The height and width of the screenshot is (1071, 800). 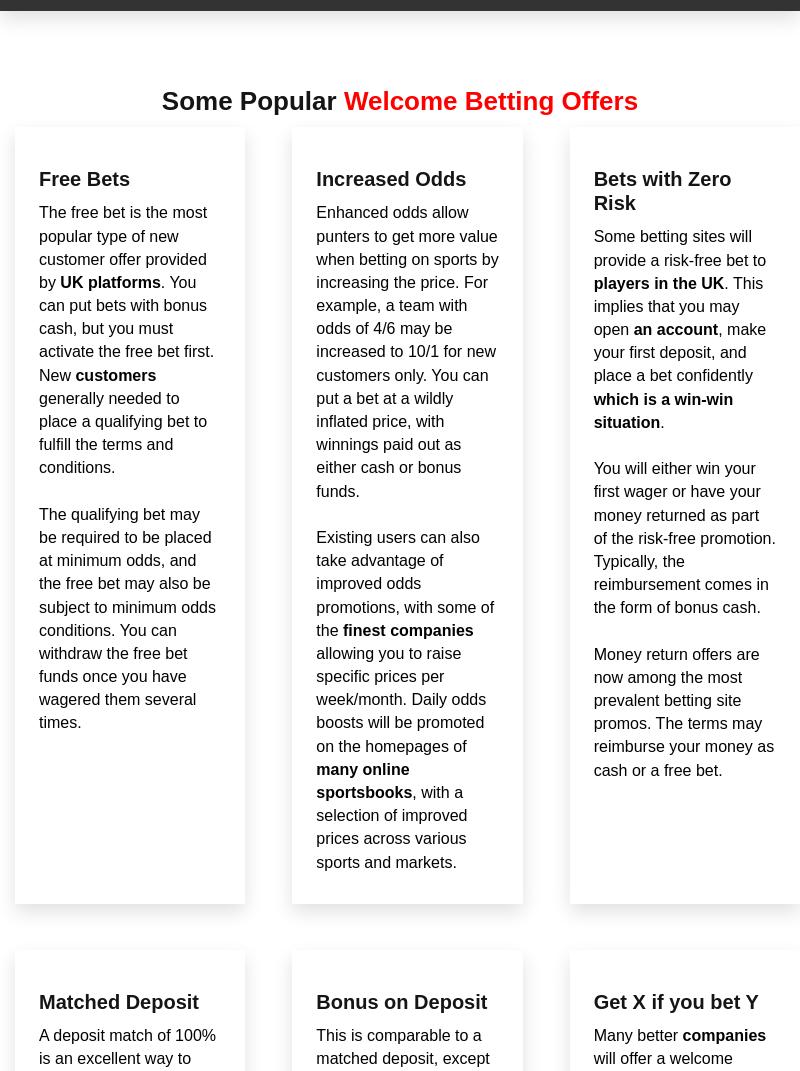 What do you see at coordinates (114, 373) in the screenshot?
I see `'customers'` at bounding box center [114, 373].